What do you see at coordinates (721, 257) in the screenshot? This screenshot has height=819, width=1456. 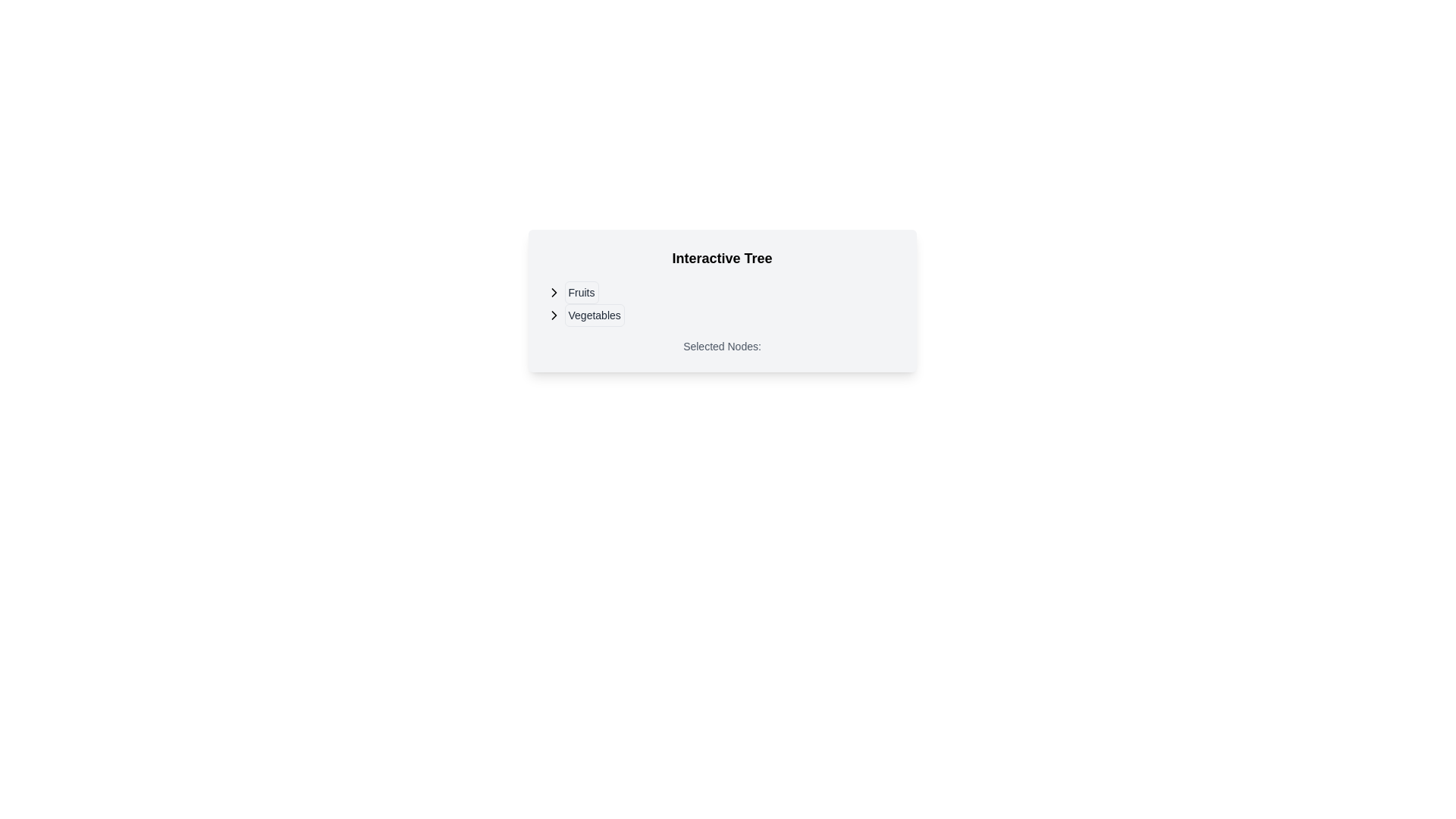 I see `the bold static text labeled 'Interactive Tree' at the top of the card, which is styled in a large serif font` at bounding box center [721, 257].